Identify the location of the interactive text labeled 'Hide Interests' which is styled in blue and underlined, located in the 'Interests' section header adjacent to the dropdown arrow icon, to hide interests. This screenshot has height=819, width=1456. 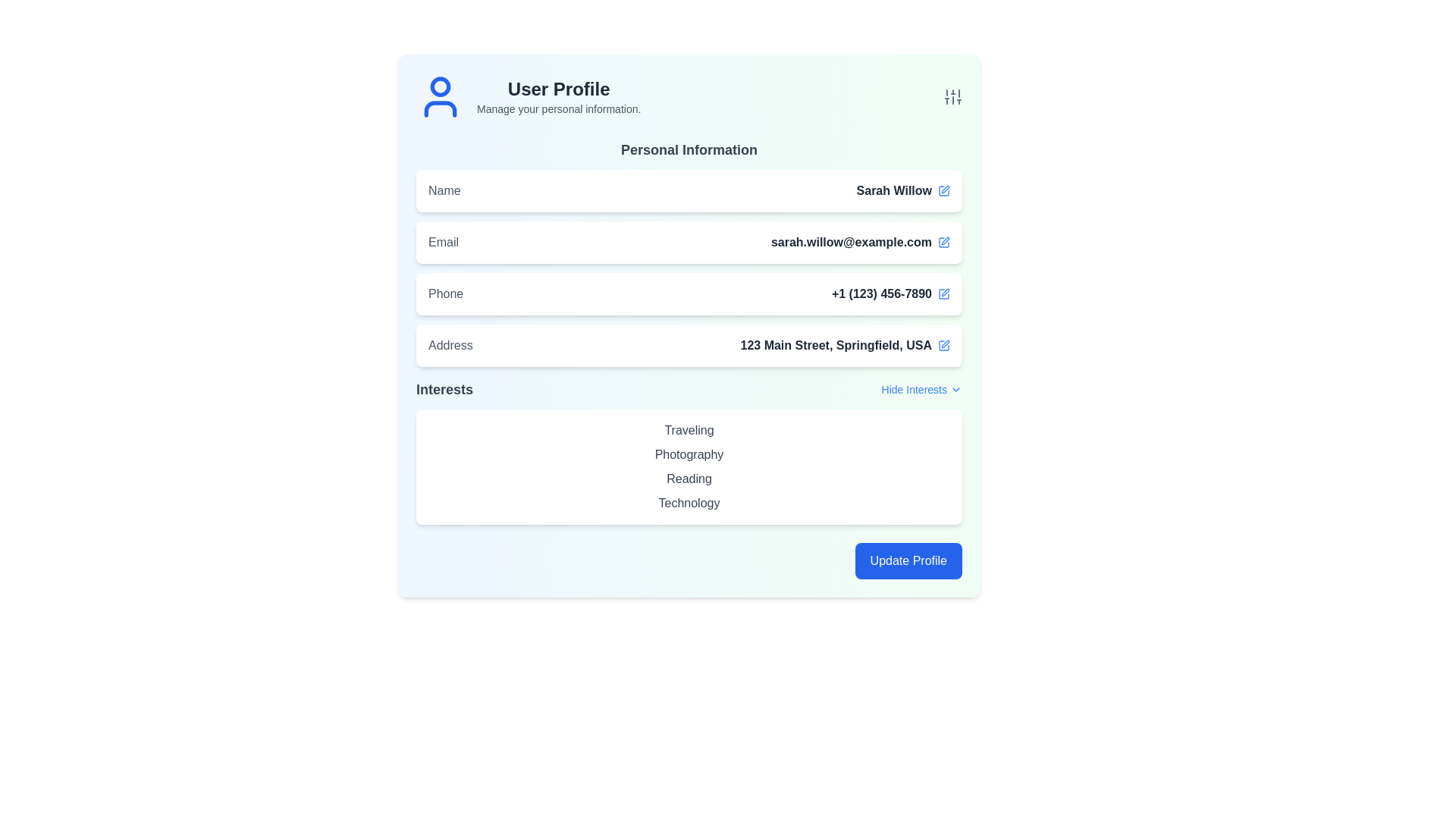
(921, 388).